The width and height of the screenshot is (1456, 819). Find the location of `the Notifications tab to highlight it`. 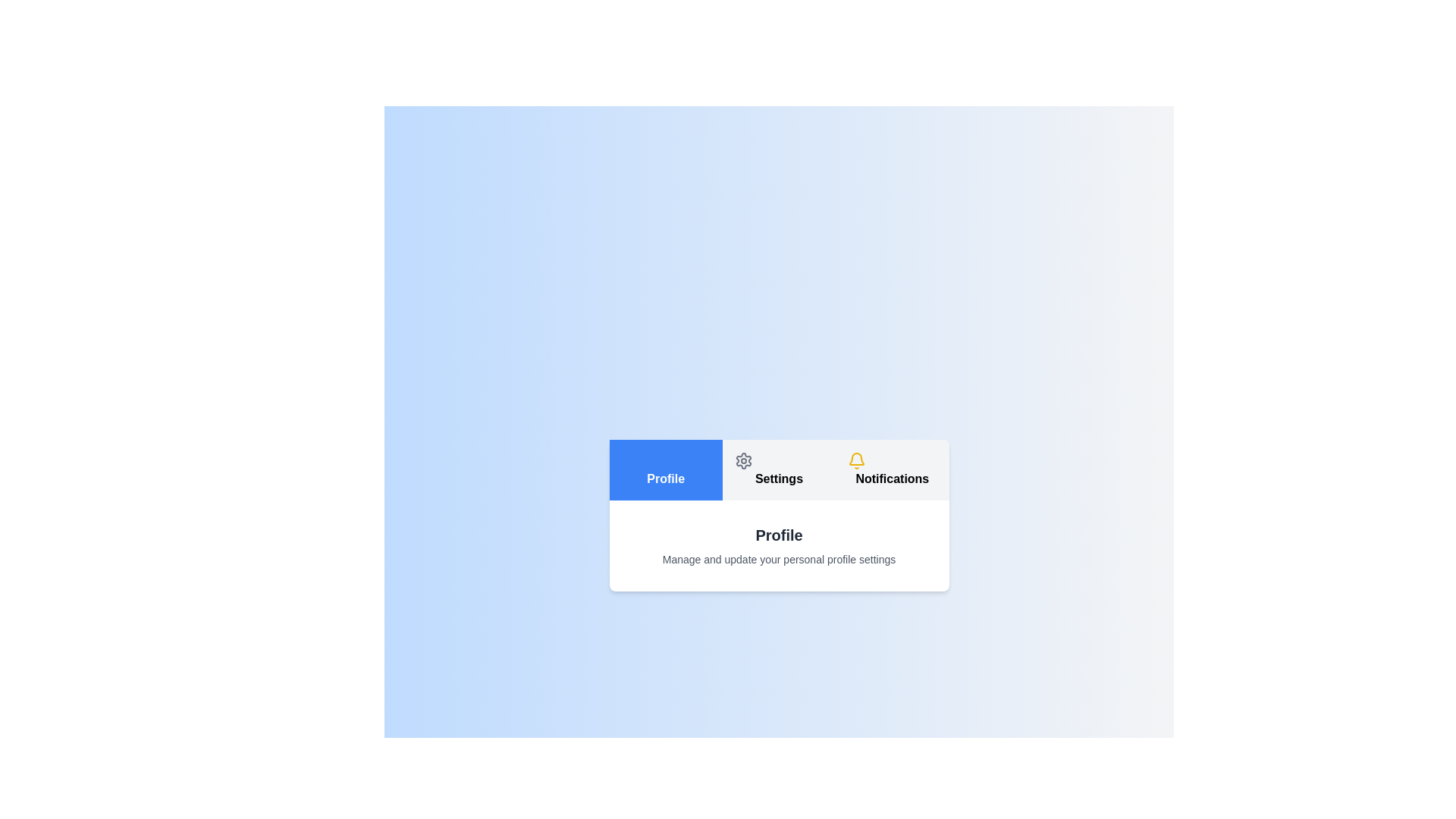

the Notifications tab to highlight it is located at coordinates (892, 469).